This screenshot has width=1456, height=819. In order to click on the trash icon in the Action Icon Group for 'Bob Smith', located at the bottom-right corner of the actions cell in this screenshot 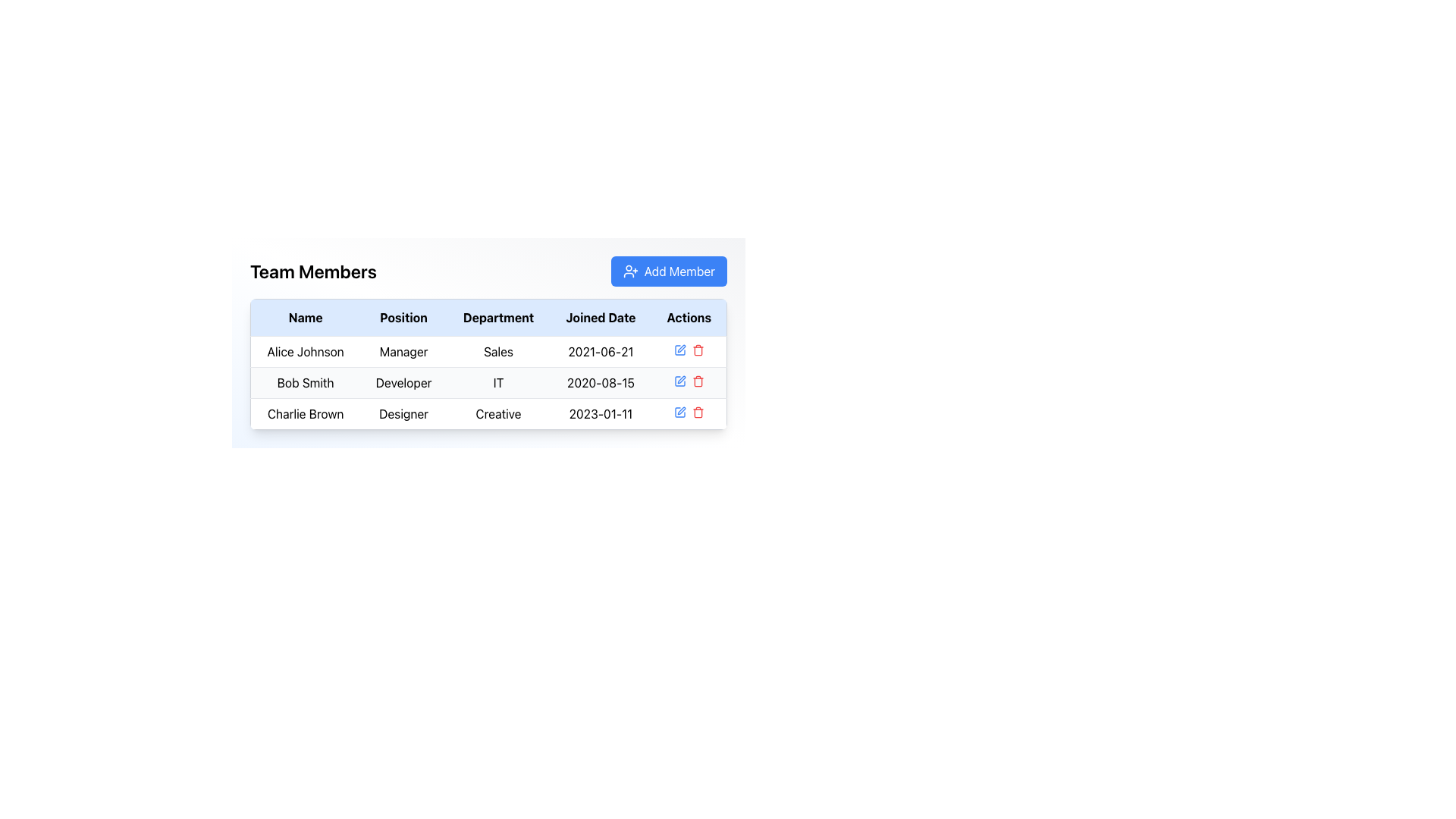, I will do `click(688, 382)`.